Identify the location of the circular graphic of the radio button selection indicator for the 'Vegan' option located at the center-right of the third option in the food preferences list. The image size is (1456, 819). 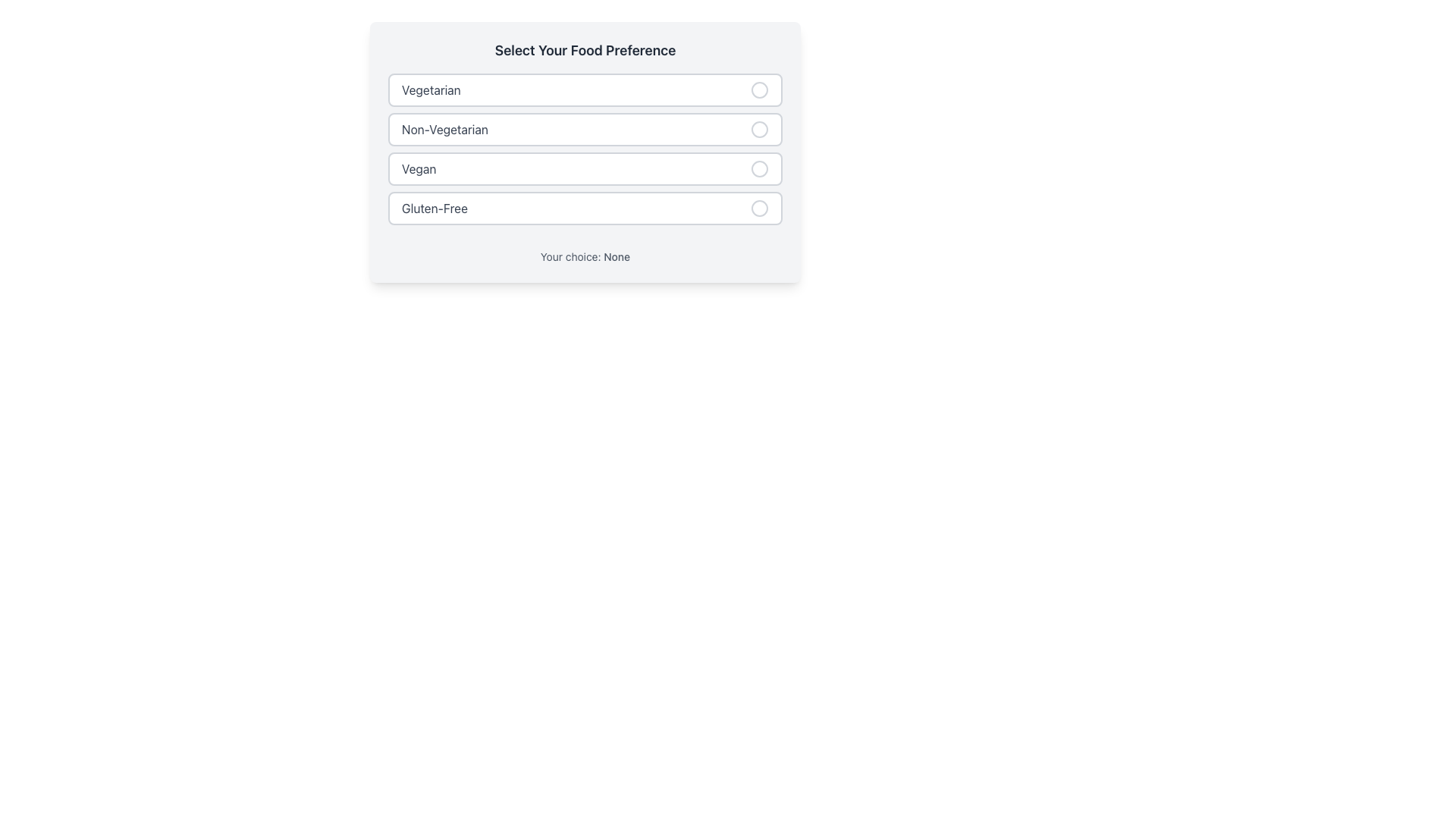
(760, 169).